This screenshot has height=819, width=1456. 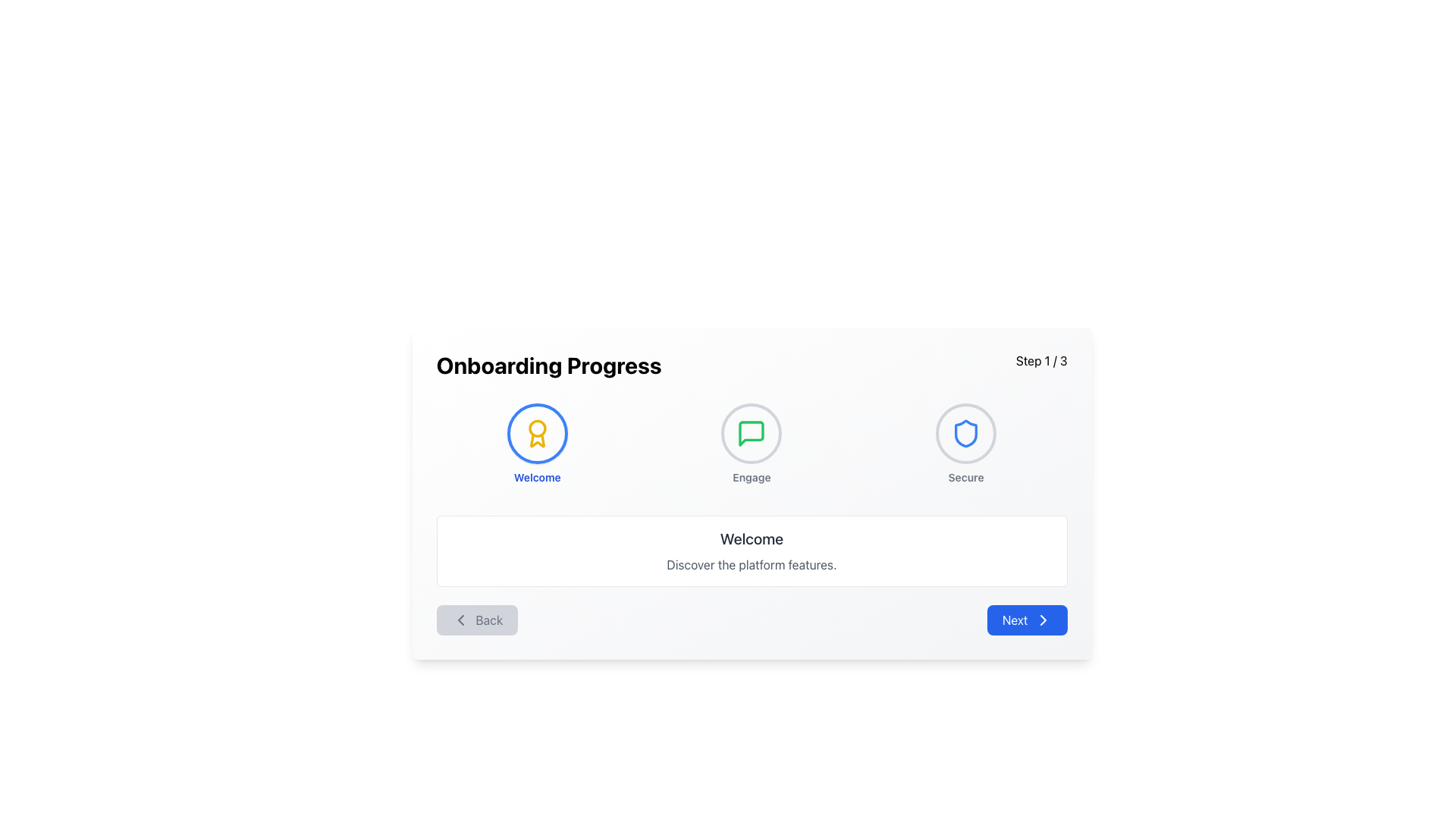 I want to click on the 'Secure' icon with label group, so click(x=965, y=444).